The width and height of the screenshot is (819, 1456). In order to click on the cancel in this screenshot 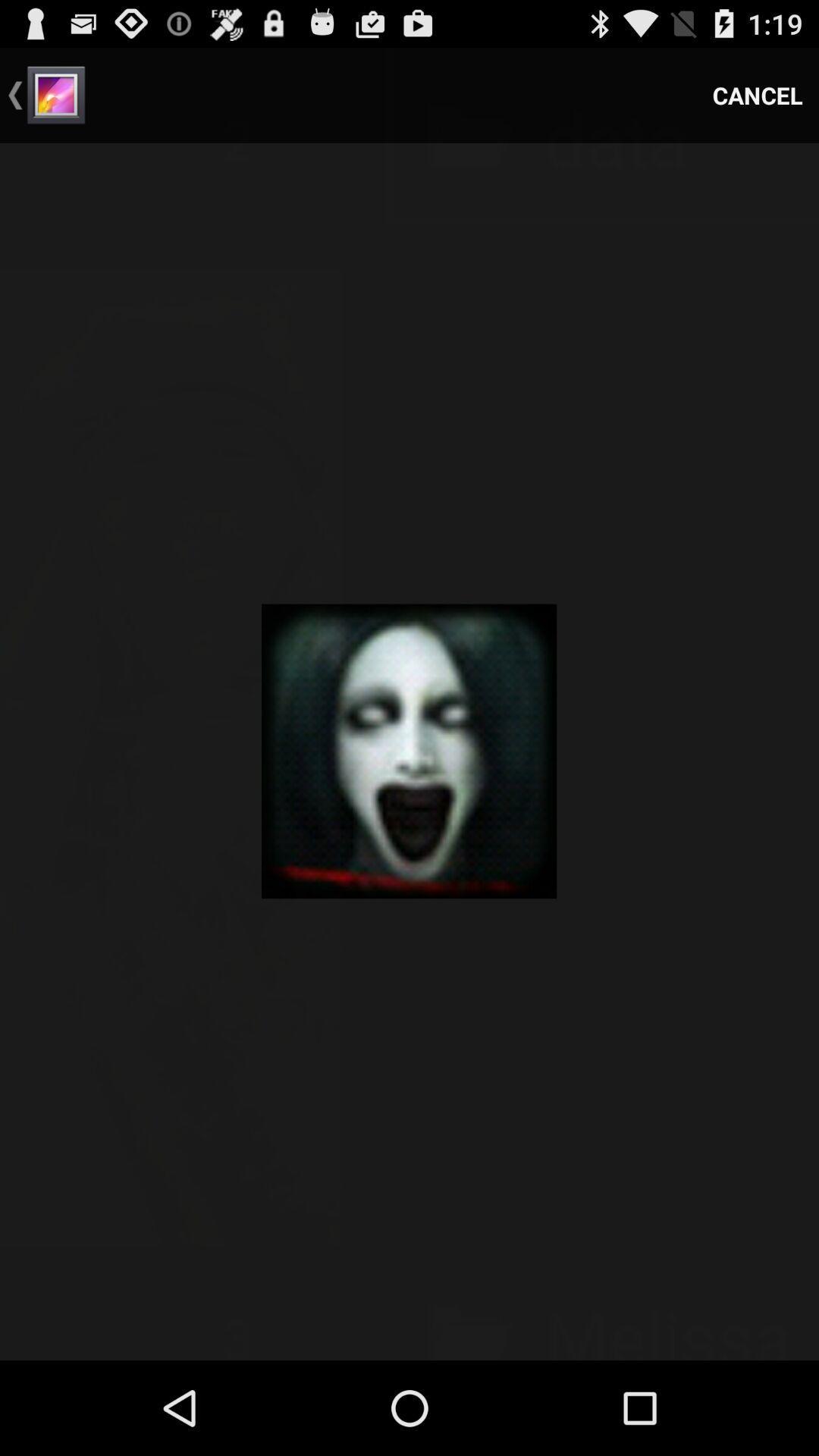, I will do `click(758, 94)`.